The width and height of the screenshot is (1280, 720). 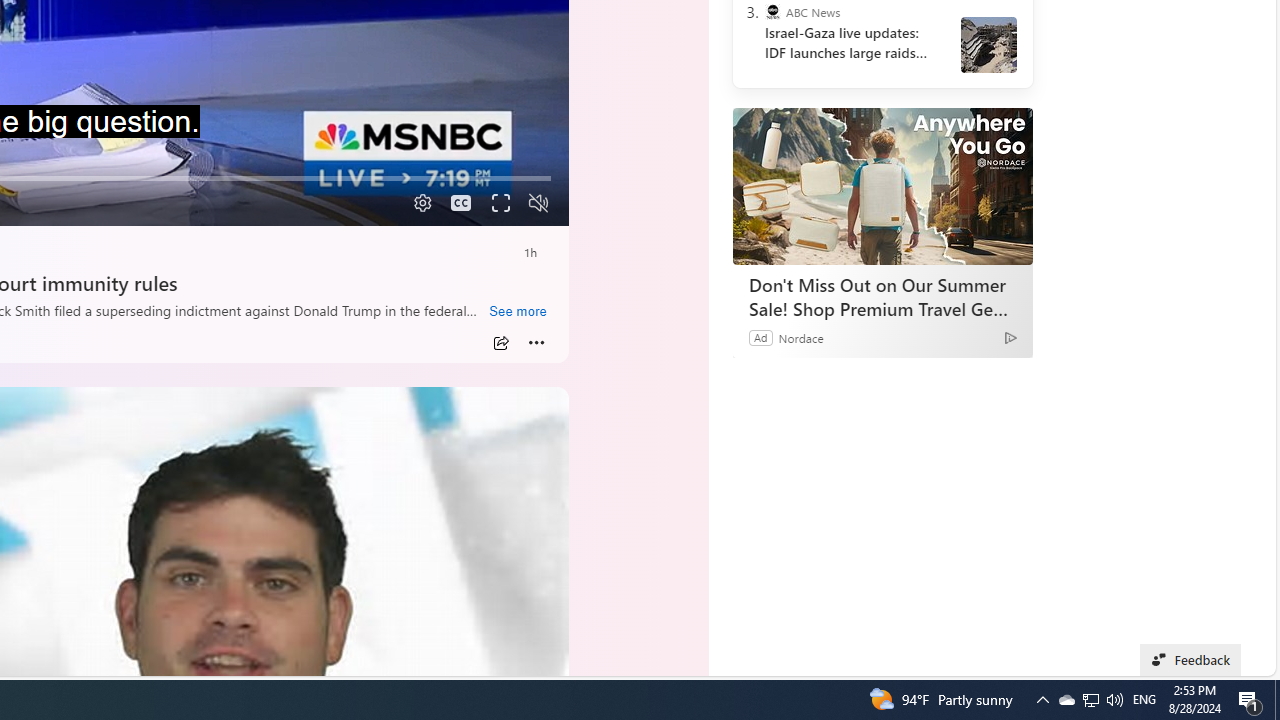 What do you see at coordinates (501, 342) in the screenshot?
I see `'Share'` at bounding box center [501, 342].